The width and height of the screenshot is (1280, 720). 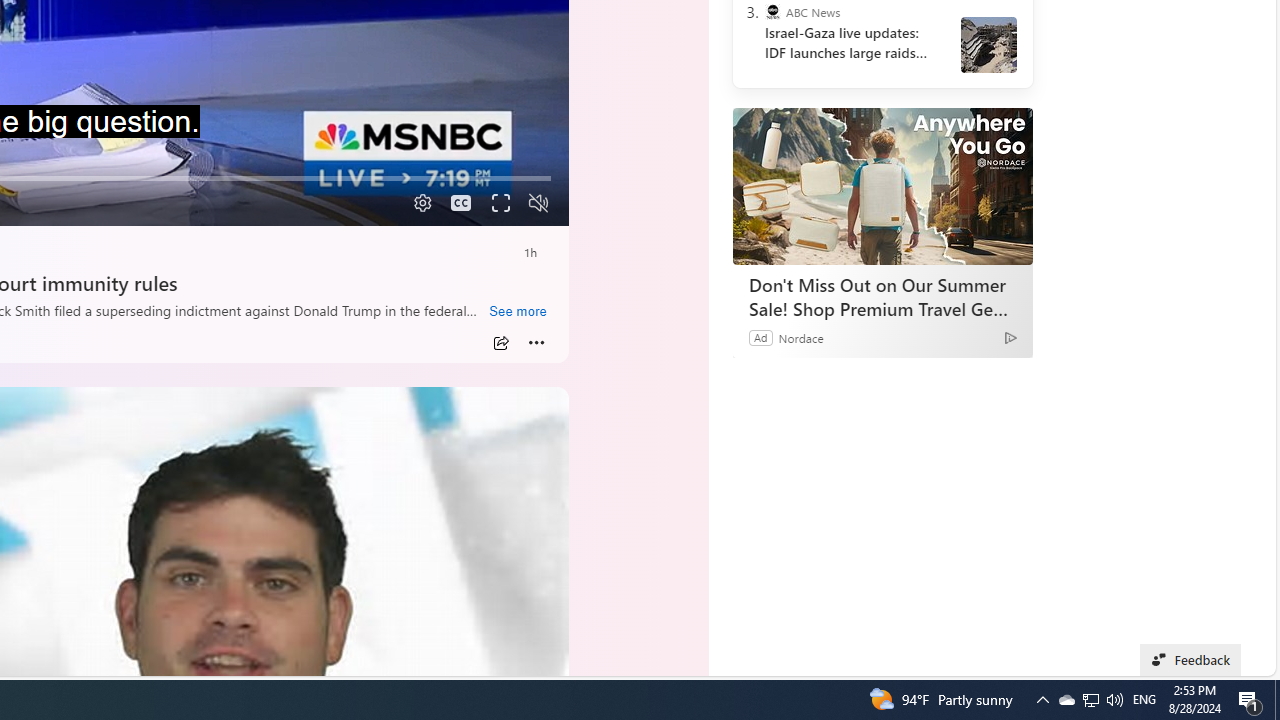 What do you see at coordinates (501, 342) in the screenshot?
I see `'Share'` at bounding box center [501, 342].